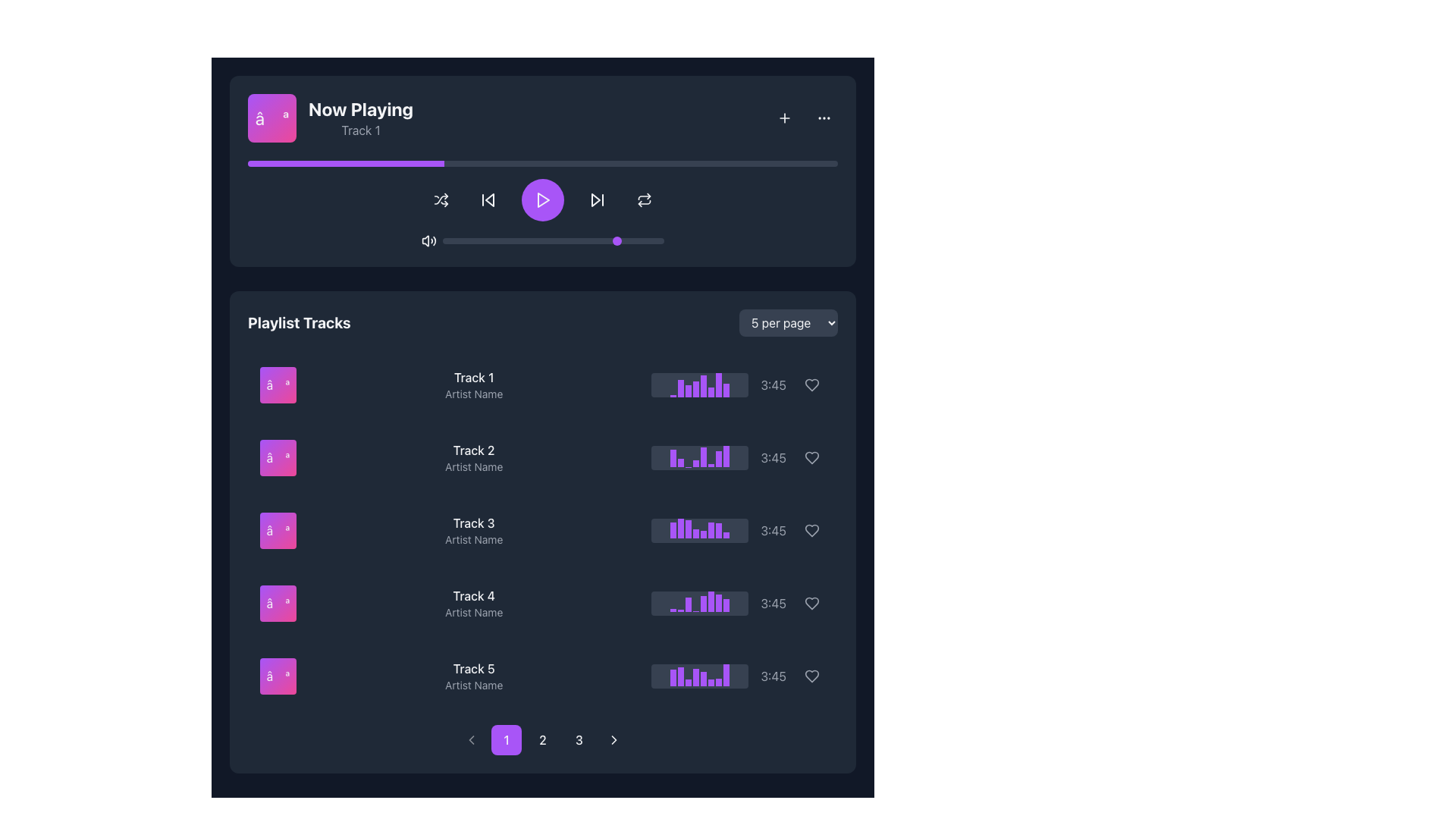 The width and height of the screenshot is (1456, 819). What do you see at coordinates (773, 675) in the screenshot?
I see `the text label displaying '3:45' on the far right side of the fifth row in the playlist track list` at bounding box center [773, 675].